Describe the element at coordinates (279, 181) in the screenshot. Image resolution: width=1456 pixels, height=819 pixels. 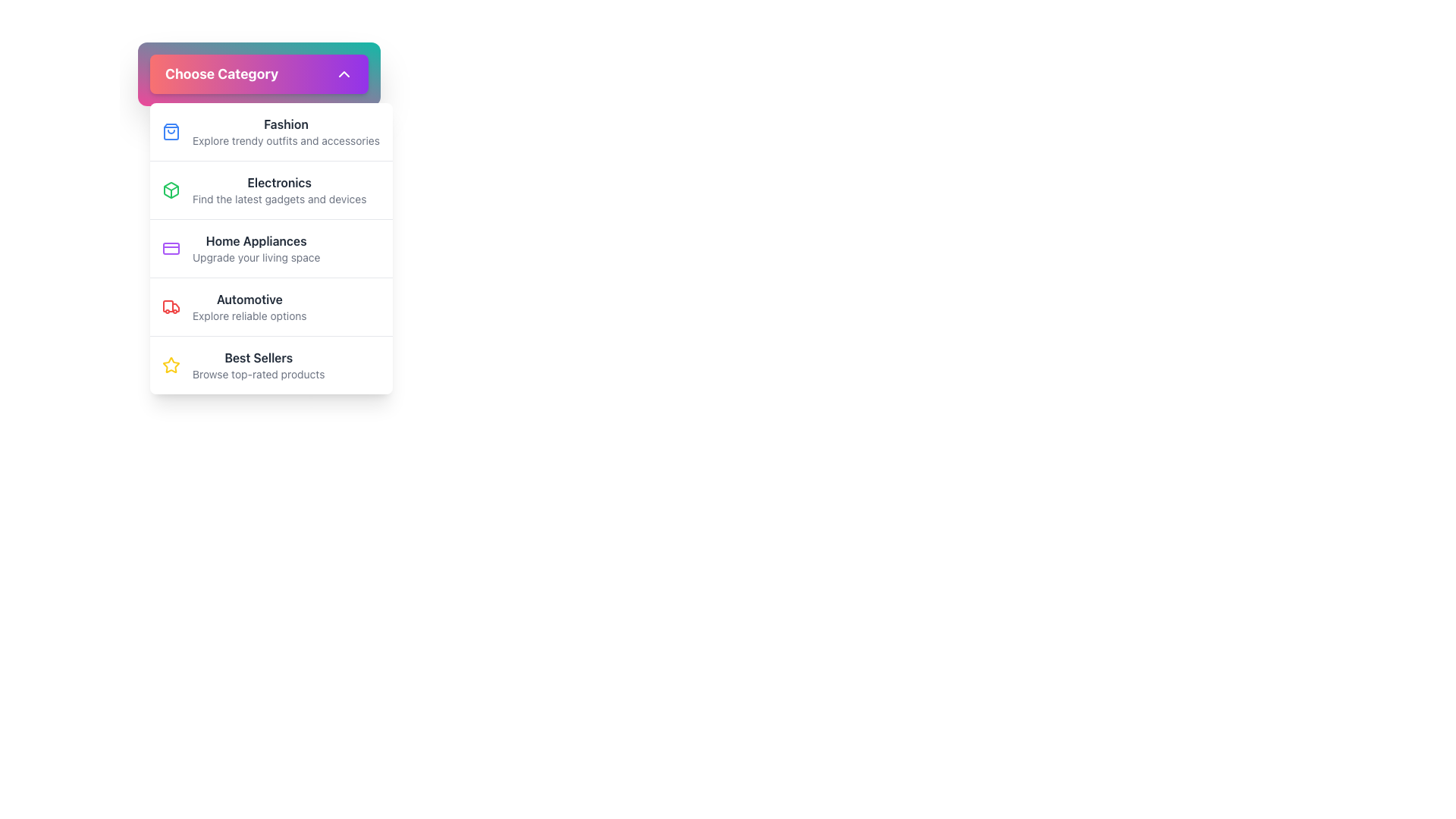
I see `the category label text element located within the dropdown list, which is positioned below 'Fashion' and above 'Home Appliances'` at that location.